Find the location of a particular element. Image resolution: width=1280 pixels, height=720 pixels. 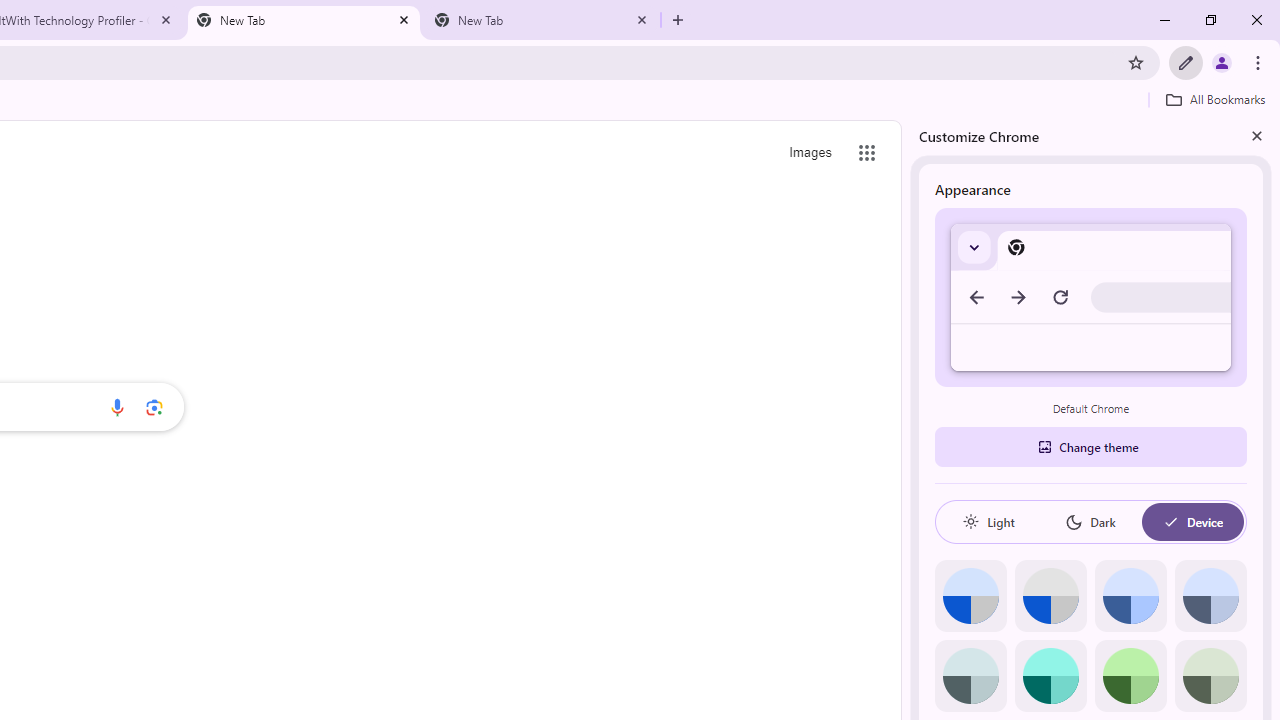

'Chrome' is located at coordinates (1259, 61).